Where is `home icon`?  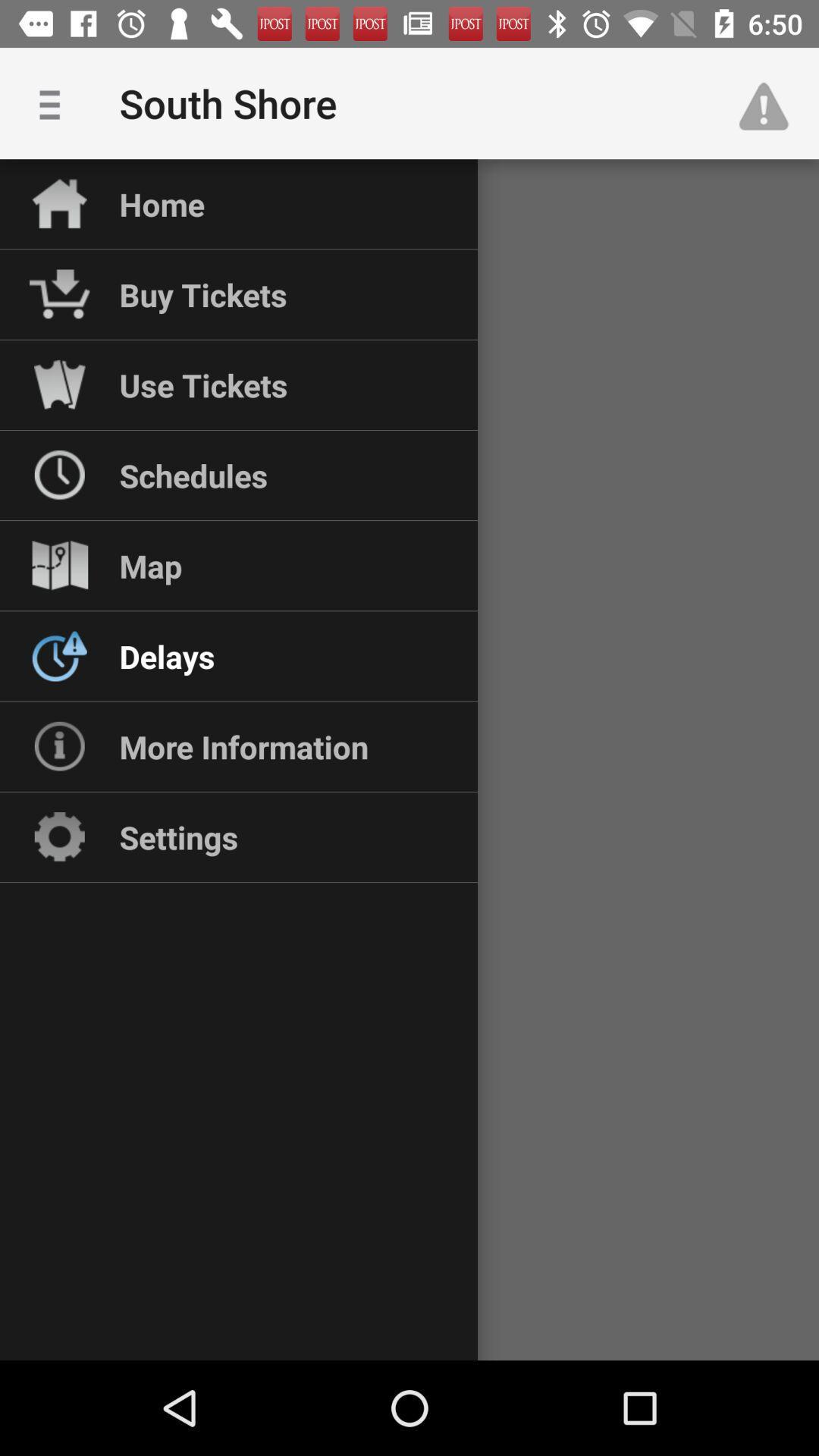 home icon is located at coordinates (162, 203).